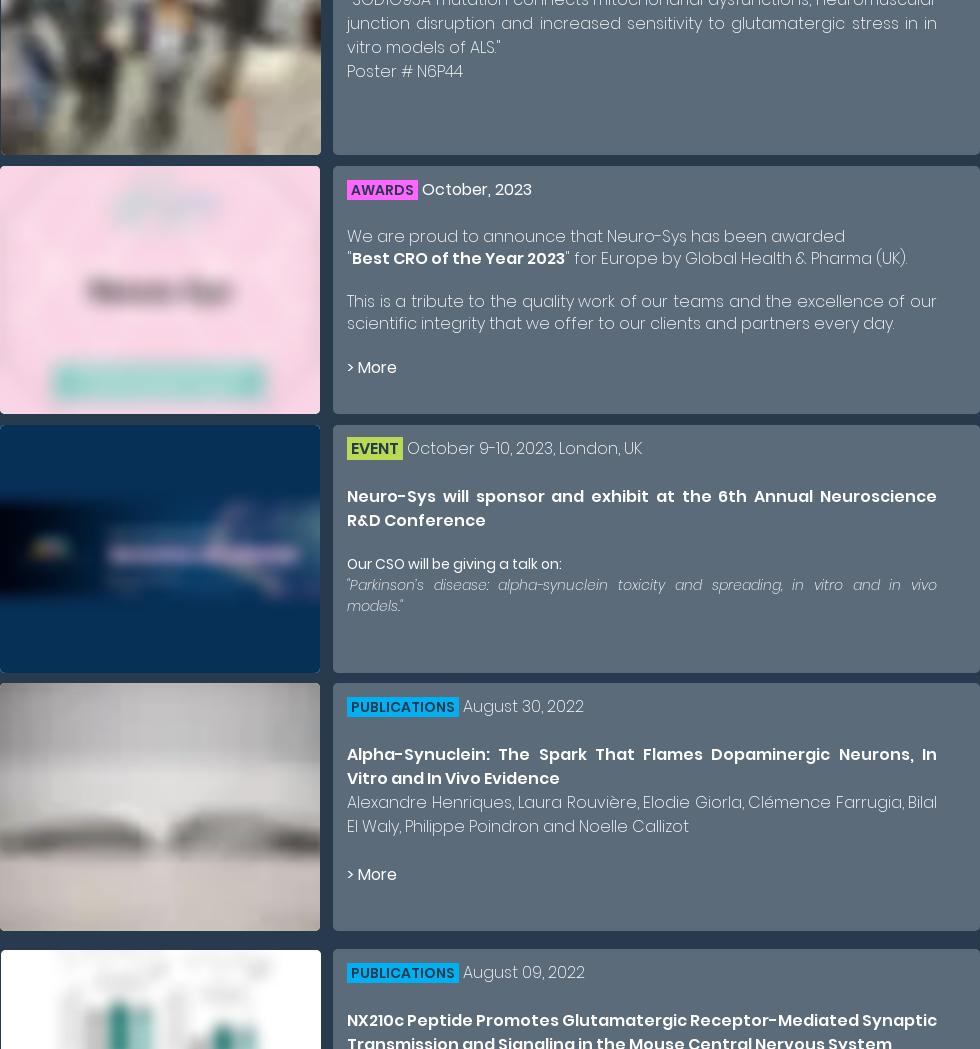  I want to click on 'AWARDS', so click(351, 188).